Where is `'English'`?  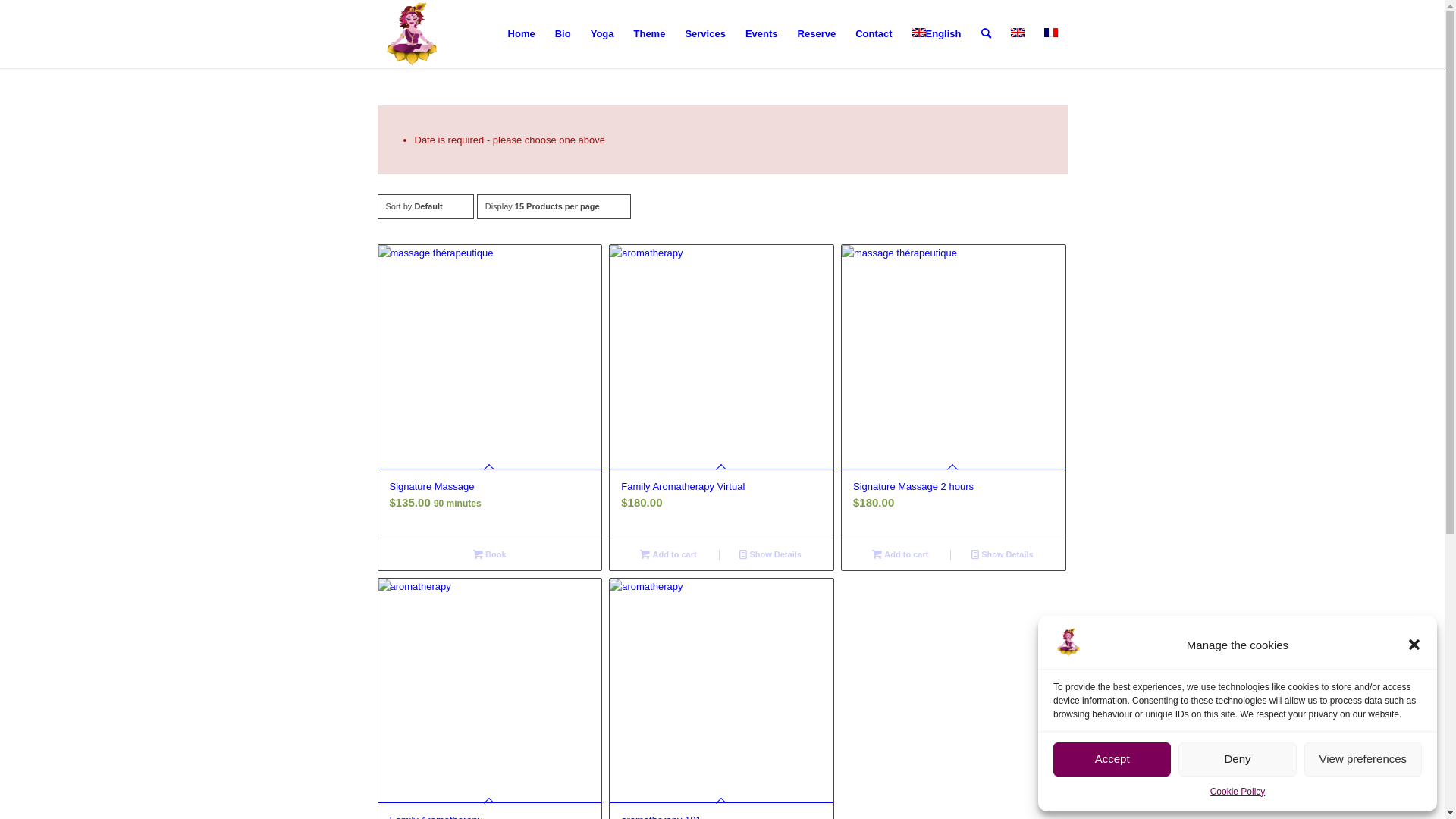 'English' is located at coordinates (936, 34).